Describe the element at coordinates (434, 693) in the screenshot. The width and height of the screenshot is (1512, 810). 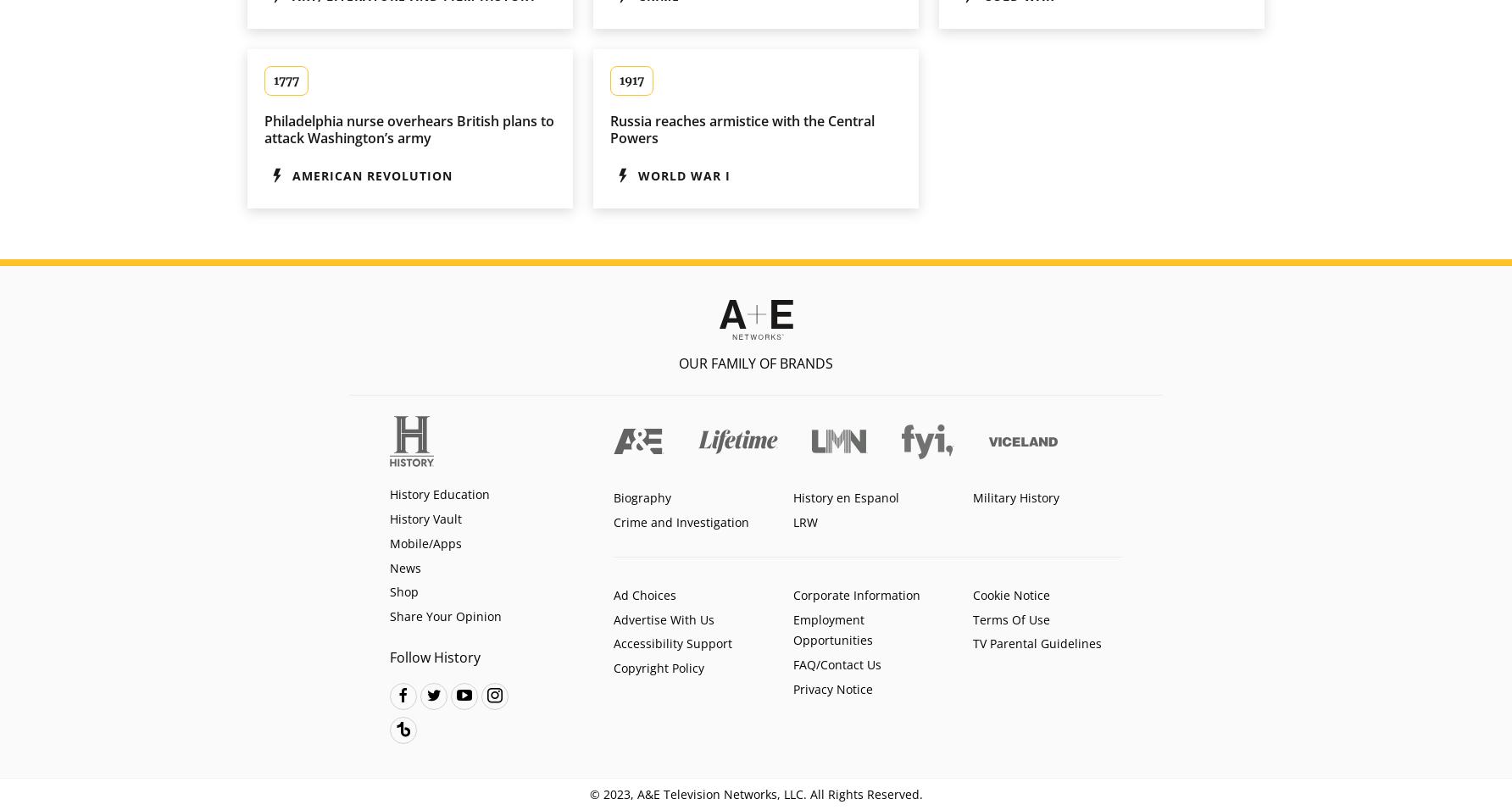
I see `'e'` at that location.